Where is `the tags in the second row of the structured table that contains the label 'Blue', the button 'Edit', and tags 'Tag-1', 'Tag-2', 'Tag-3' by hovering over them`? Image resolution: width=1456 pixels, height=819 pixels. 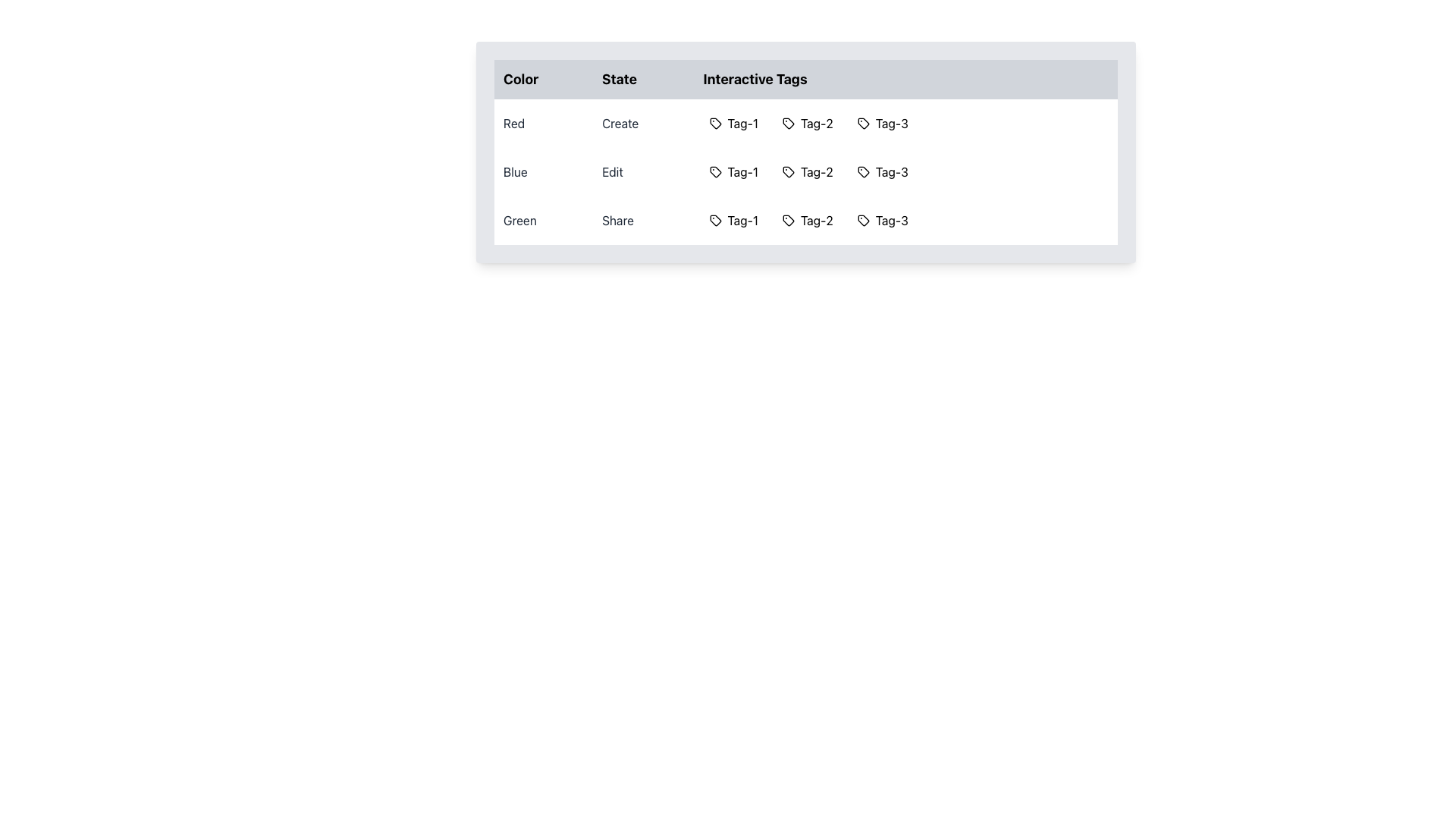 the tags in the second row of the structured table that contains the label 'Blue', the button 'Edit', and tags 'Tag-1', 'Tag-2', 'Tag-3' by hovering over them is located at coordinates (805, 171).